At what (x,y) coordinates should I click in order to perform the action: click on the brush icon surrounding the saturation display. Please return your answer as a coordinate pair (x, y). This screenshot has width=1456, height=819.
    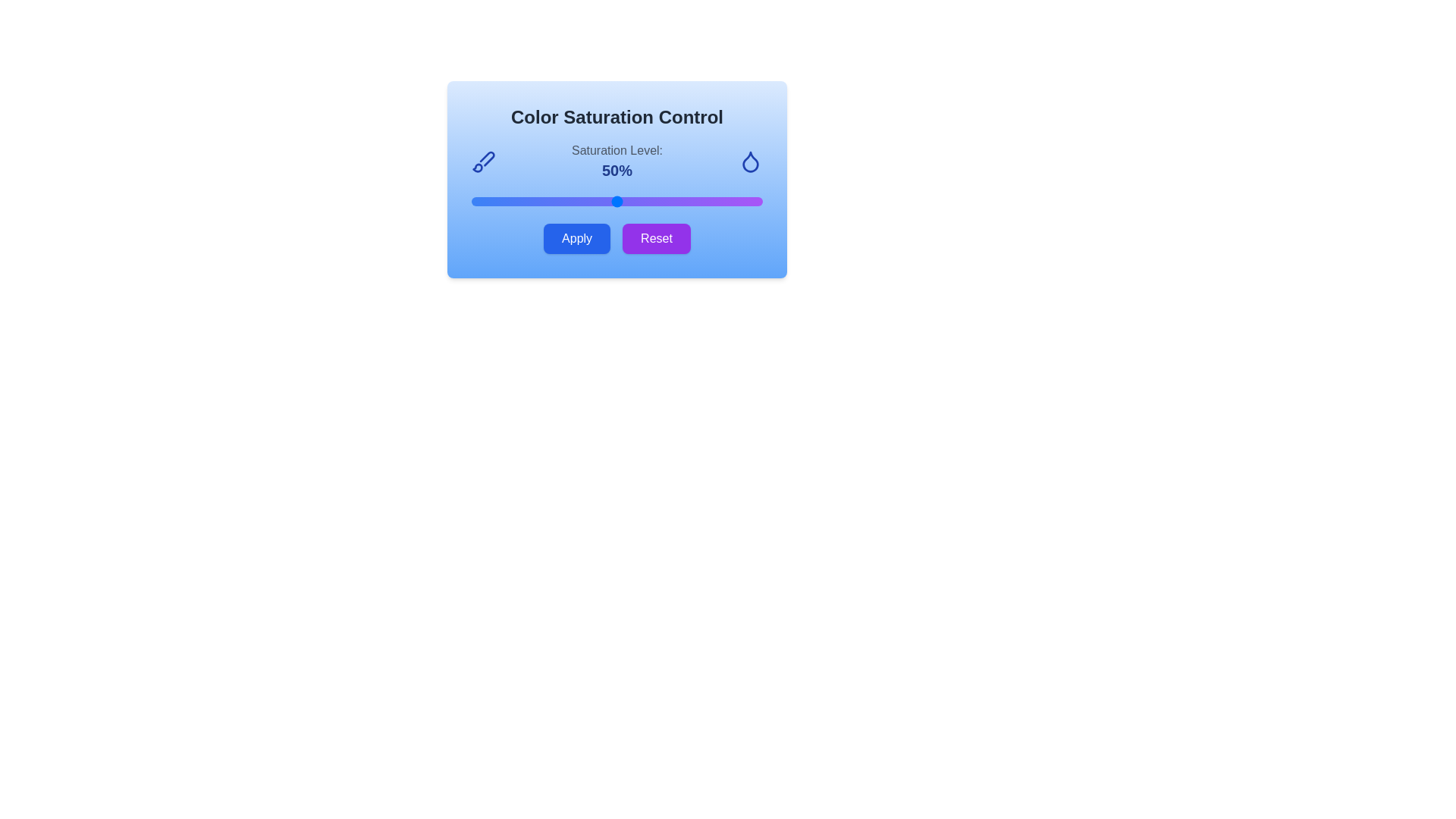
    Looking at the image, I should click on (483, 161).